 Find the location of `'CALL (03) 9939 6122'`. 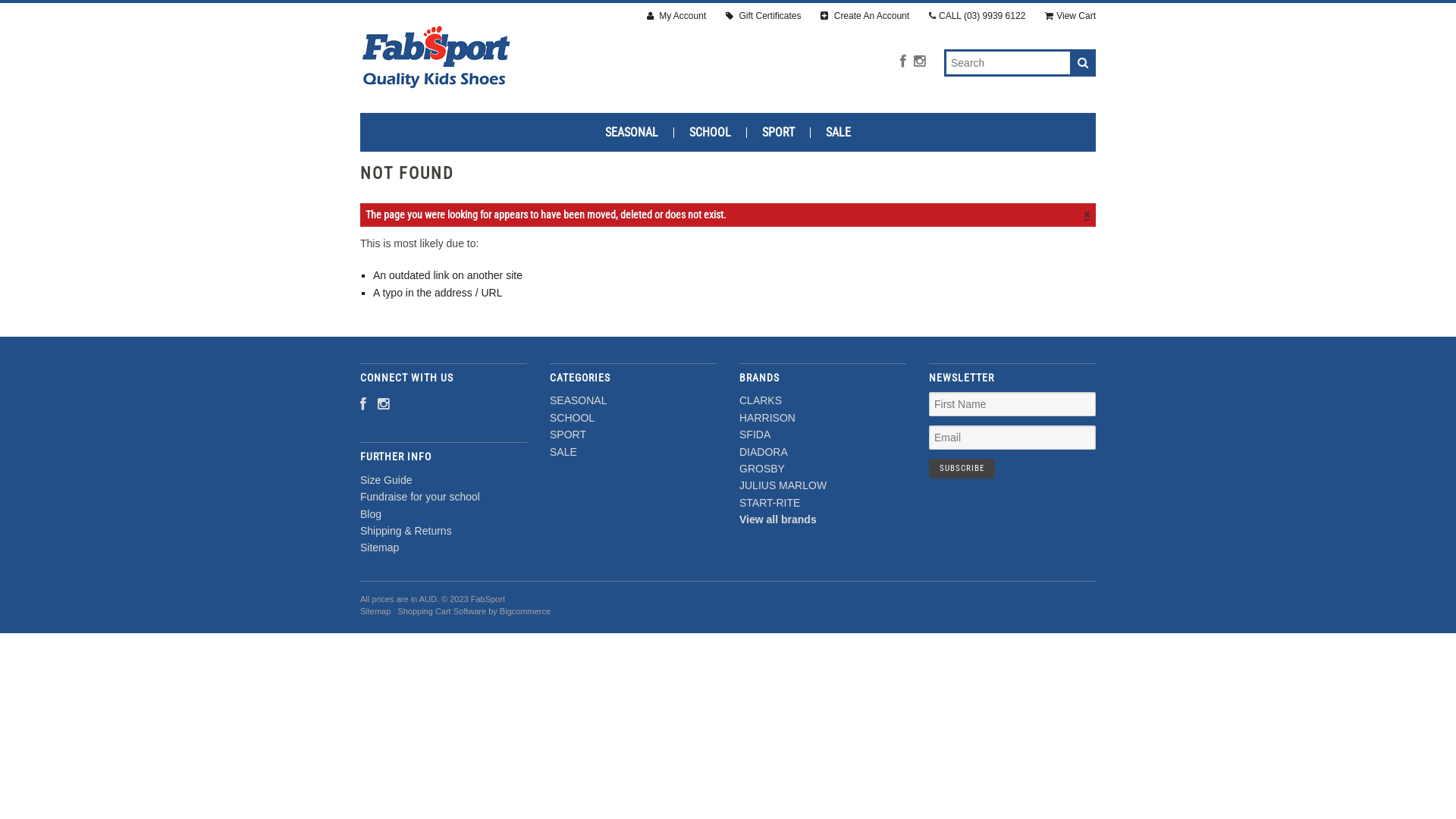

'CALL (03) 9939 6122' is located at coordinates (927, 16).